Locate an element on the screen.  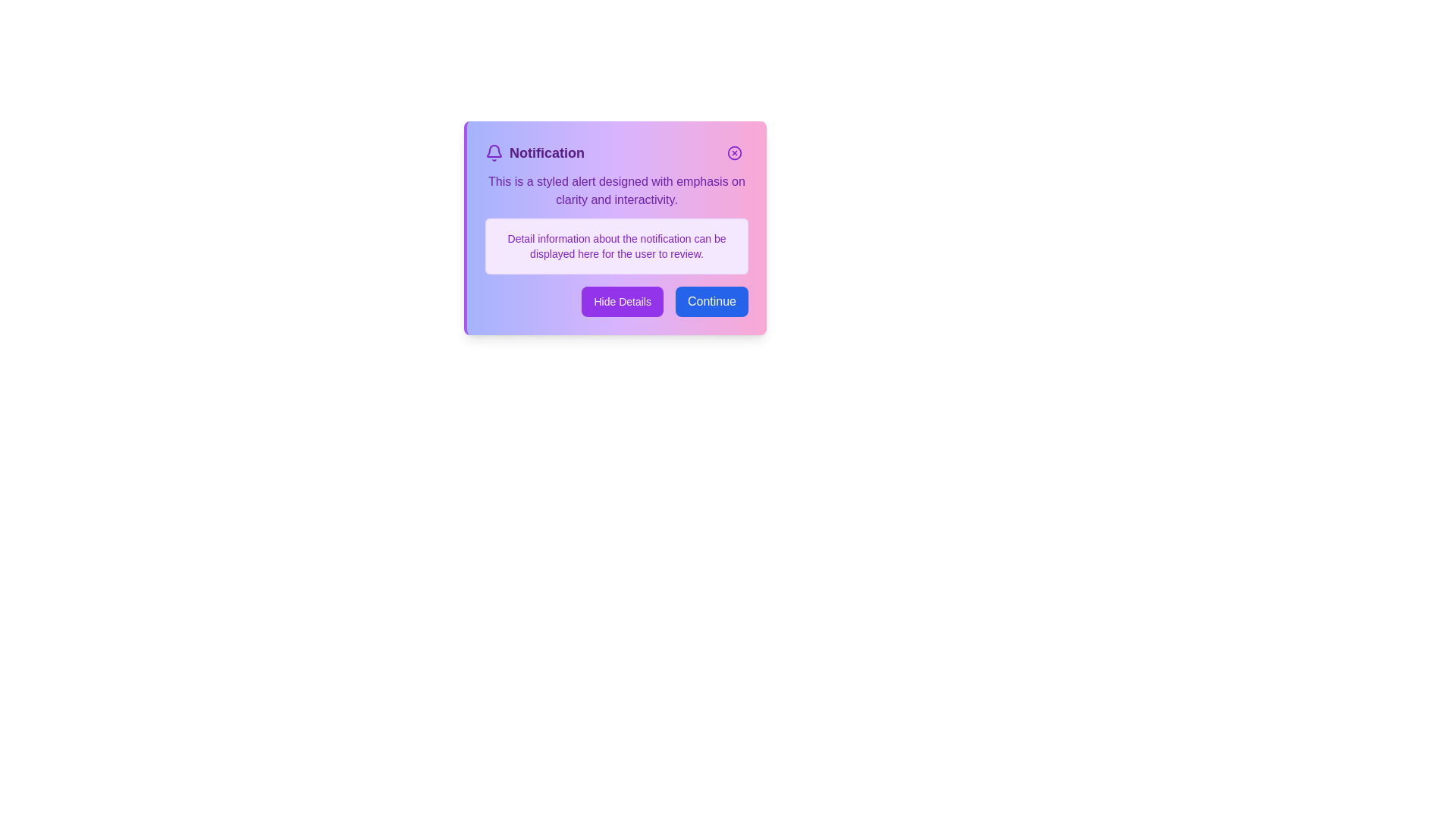
the 'Continue' button to acknowledge the notification is located at coordinates (711, 301).